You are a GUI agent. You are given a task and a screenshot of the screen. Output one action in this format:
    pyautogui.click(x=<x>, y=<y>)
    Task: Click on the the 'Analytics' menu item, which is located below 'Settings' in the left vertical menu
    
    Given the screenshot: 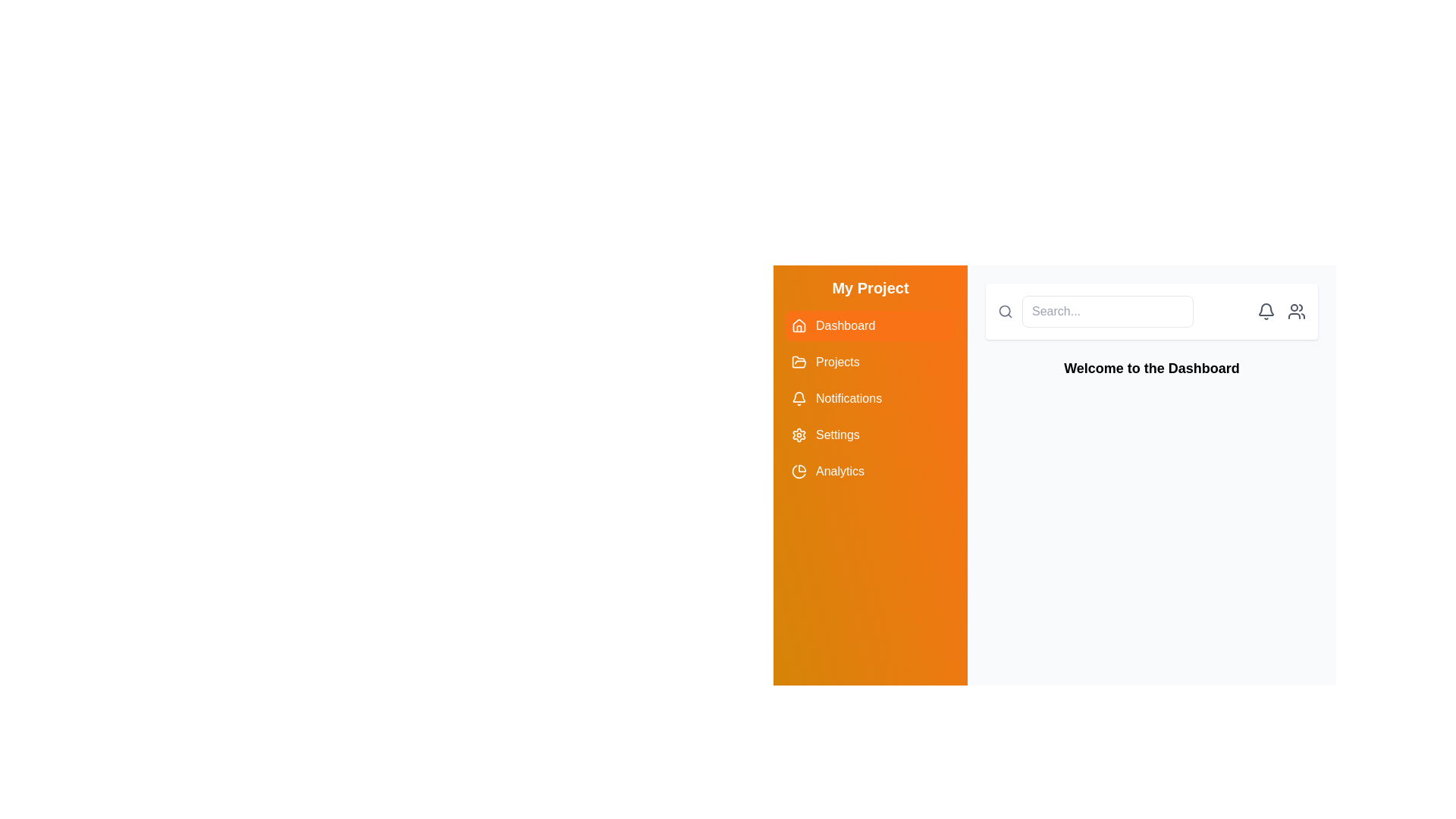 What is the action you would take?
    pyautogui.click(x=839, y=470)
    